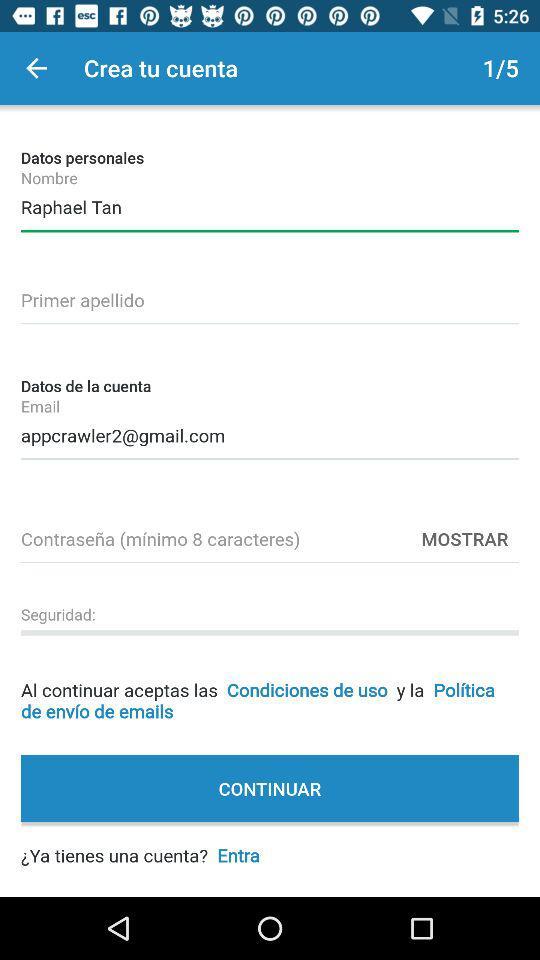 The image size is (540, 960). What do you see at coordinates (139, 843) in the screenshot?
I see `item below continuar` at bounding box center [139, 843].